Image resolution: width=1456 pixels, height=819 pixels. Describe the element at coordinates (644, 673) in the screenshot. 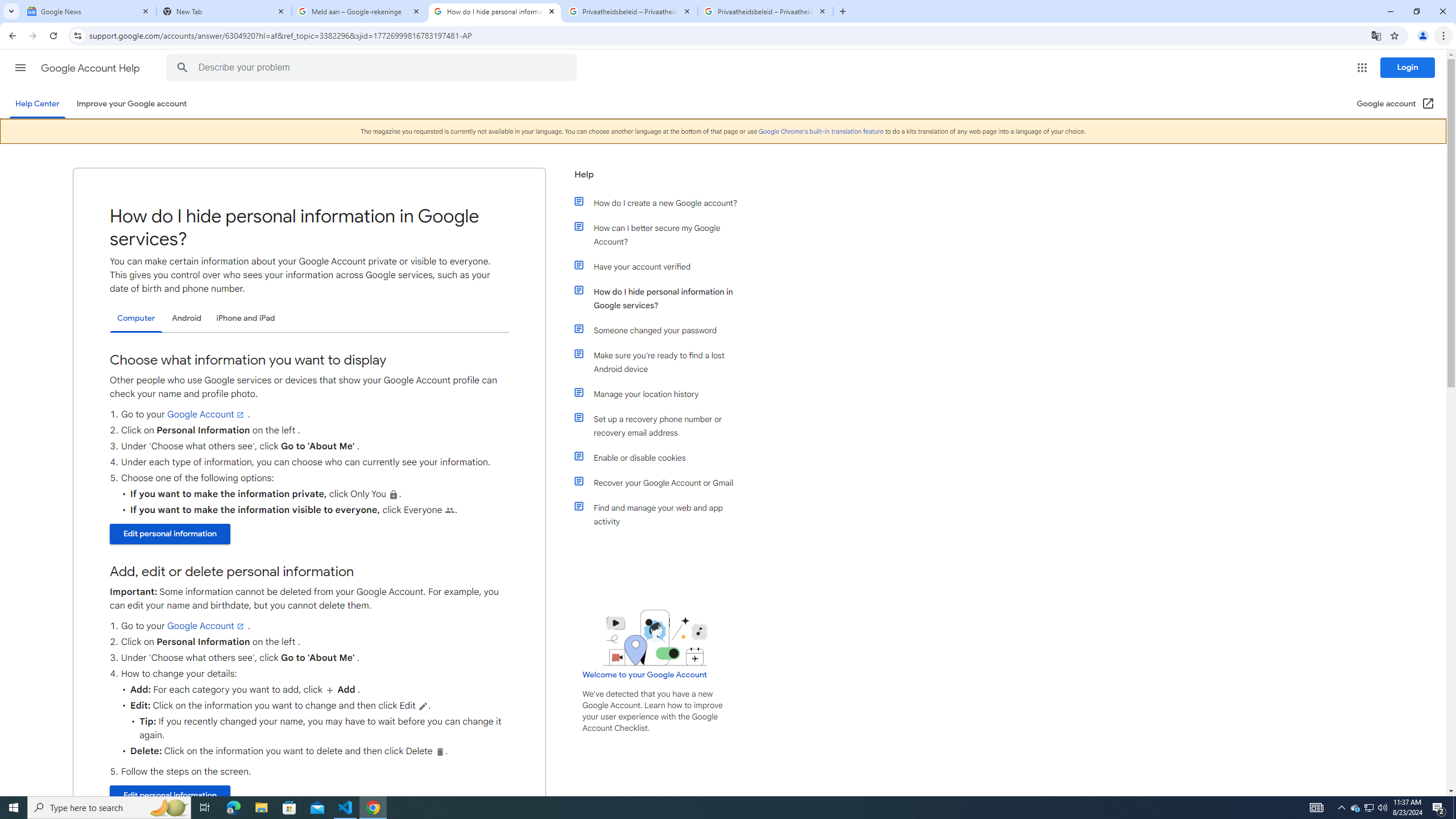

I see `'Welcome to your Google Account'` at that location.